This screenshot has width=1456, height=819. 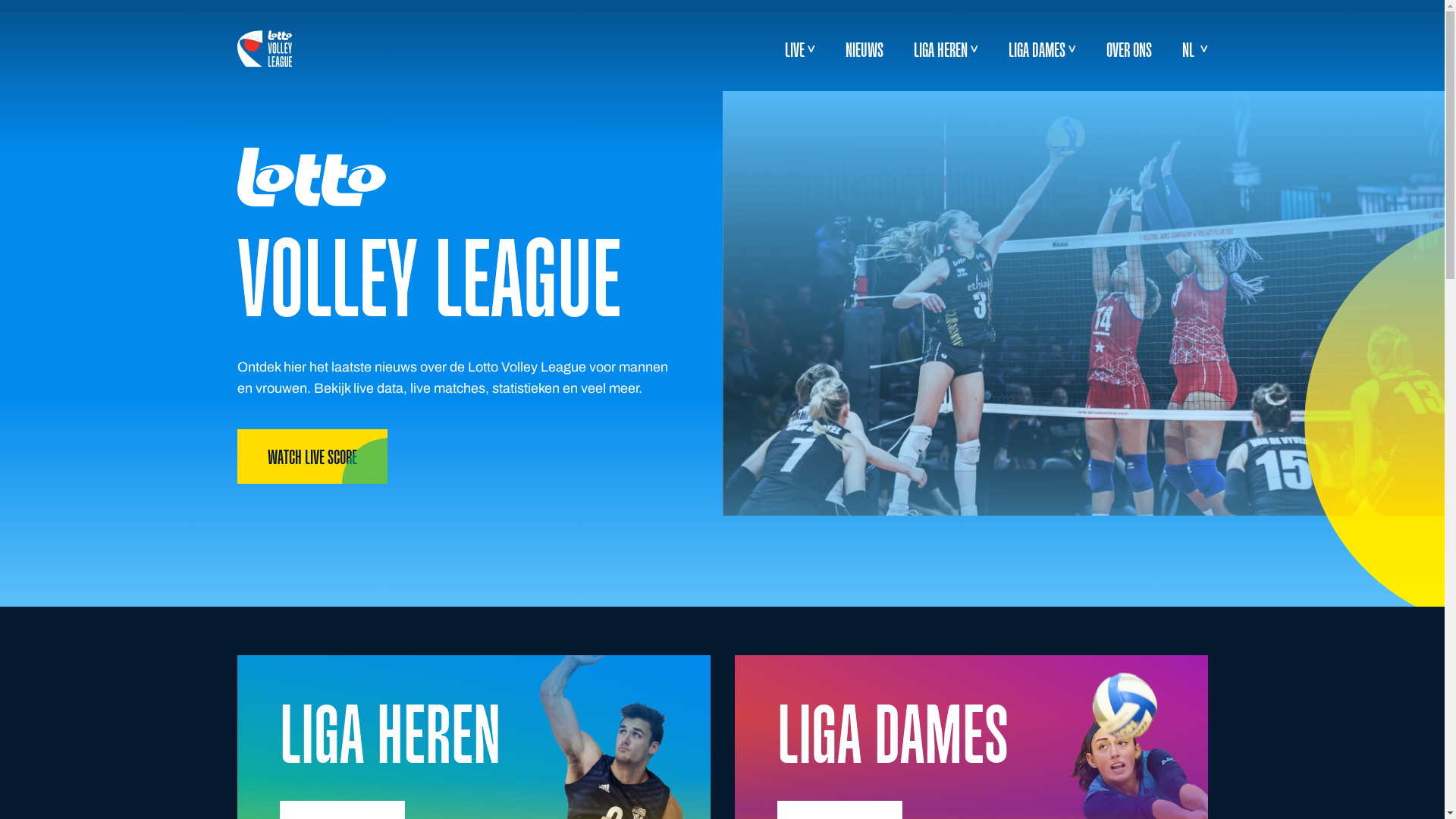 I want to click on 'NIEUWS', so click(x=863, y=48).